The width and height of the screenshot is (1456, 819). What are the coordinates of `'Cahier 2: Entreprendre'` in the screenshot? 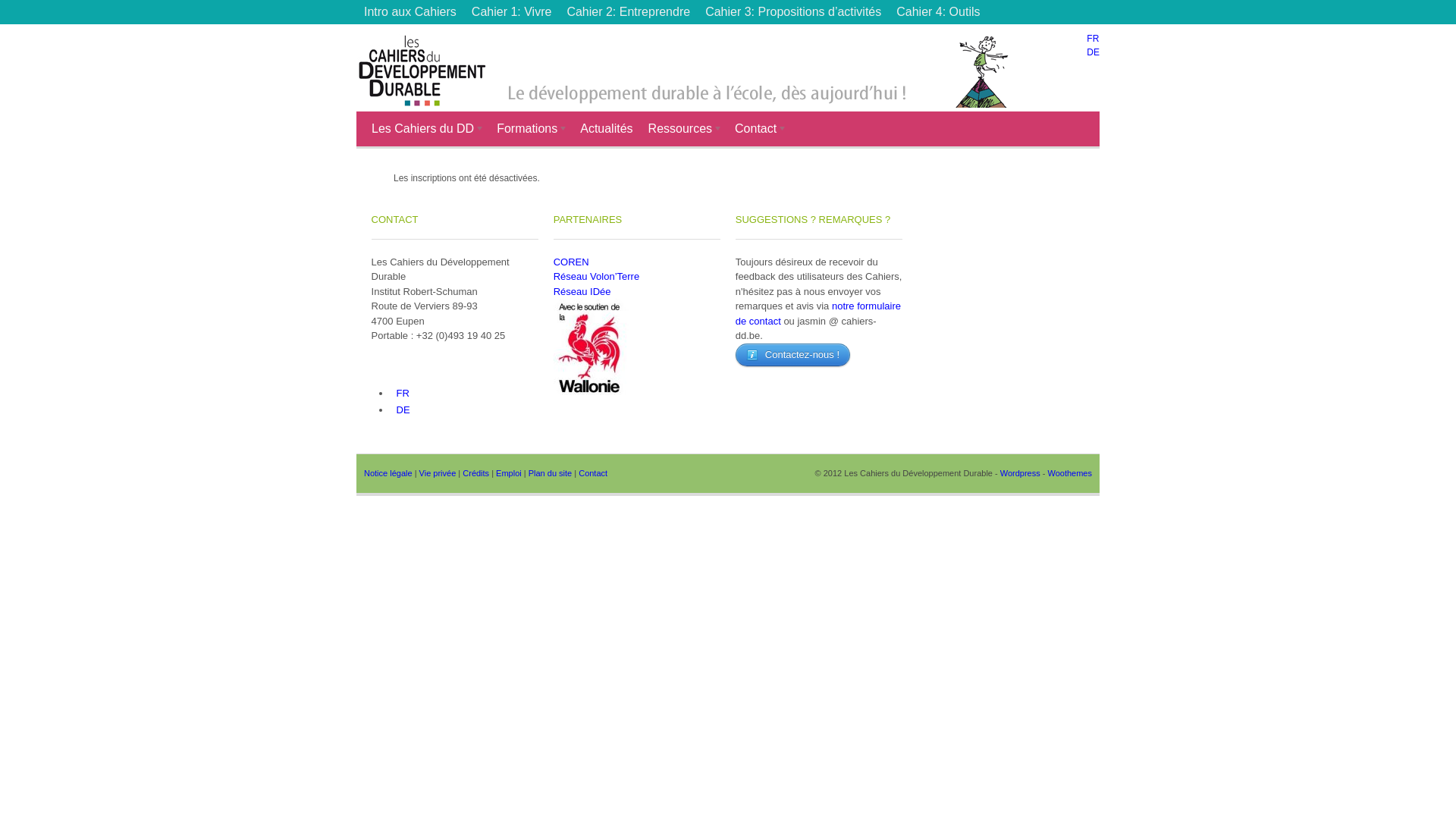 It's located at (628, 11).